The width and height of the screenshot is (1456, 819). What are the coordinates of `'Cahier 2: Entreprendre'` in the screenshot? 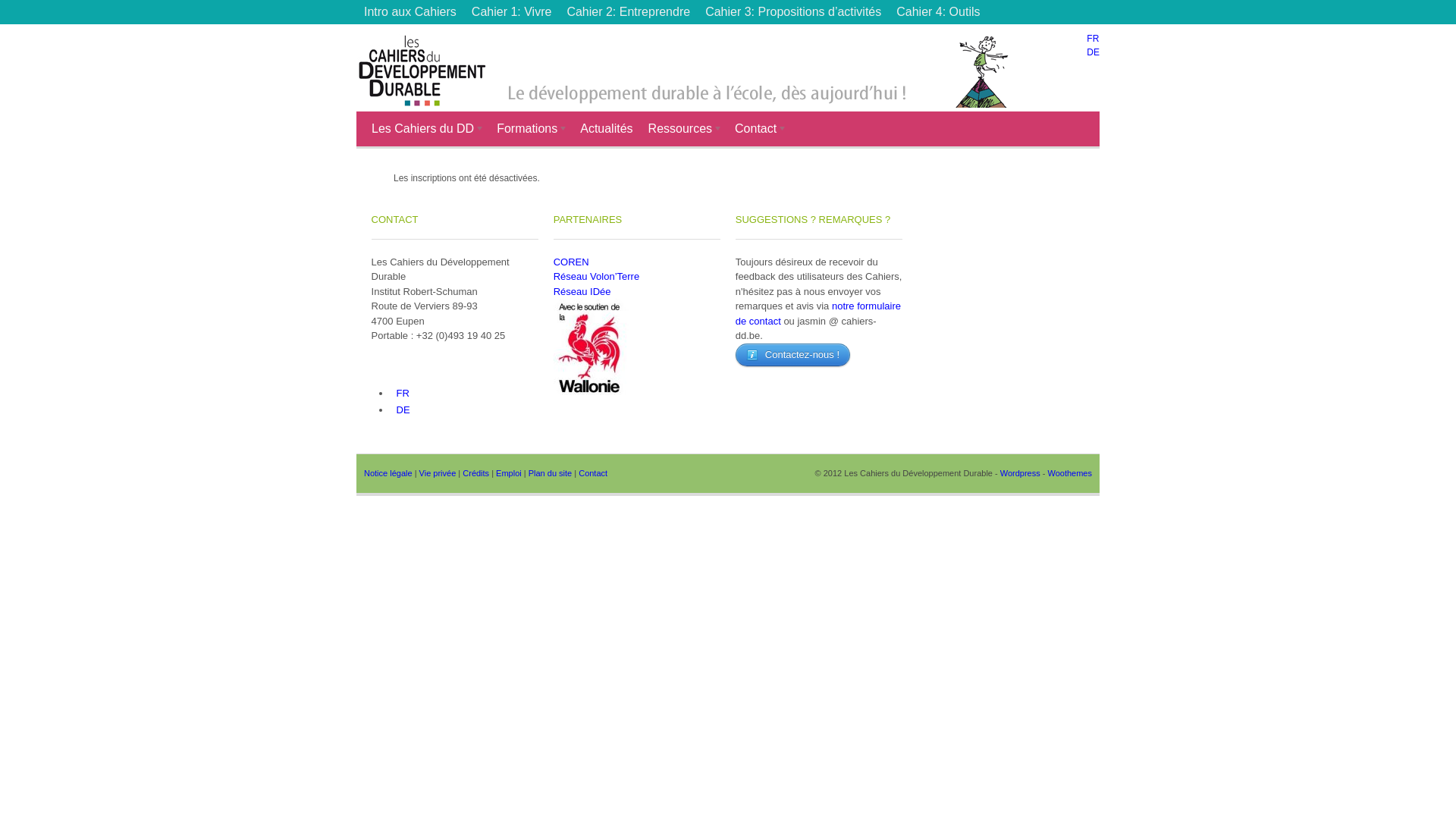 It's located at (628, 11).